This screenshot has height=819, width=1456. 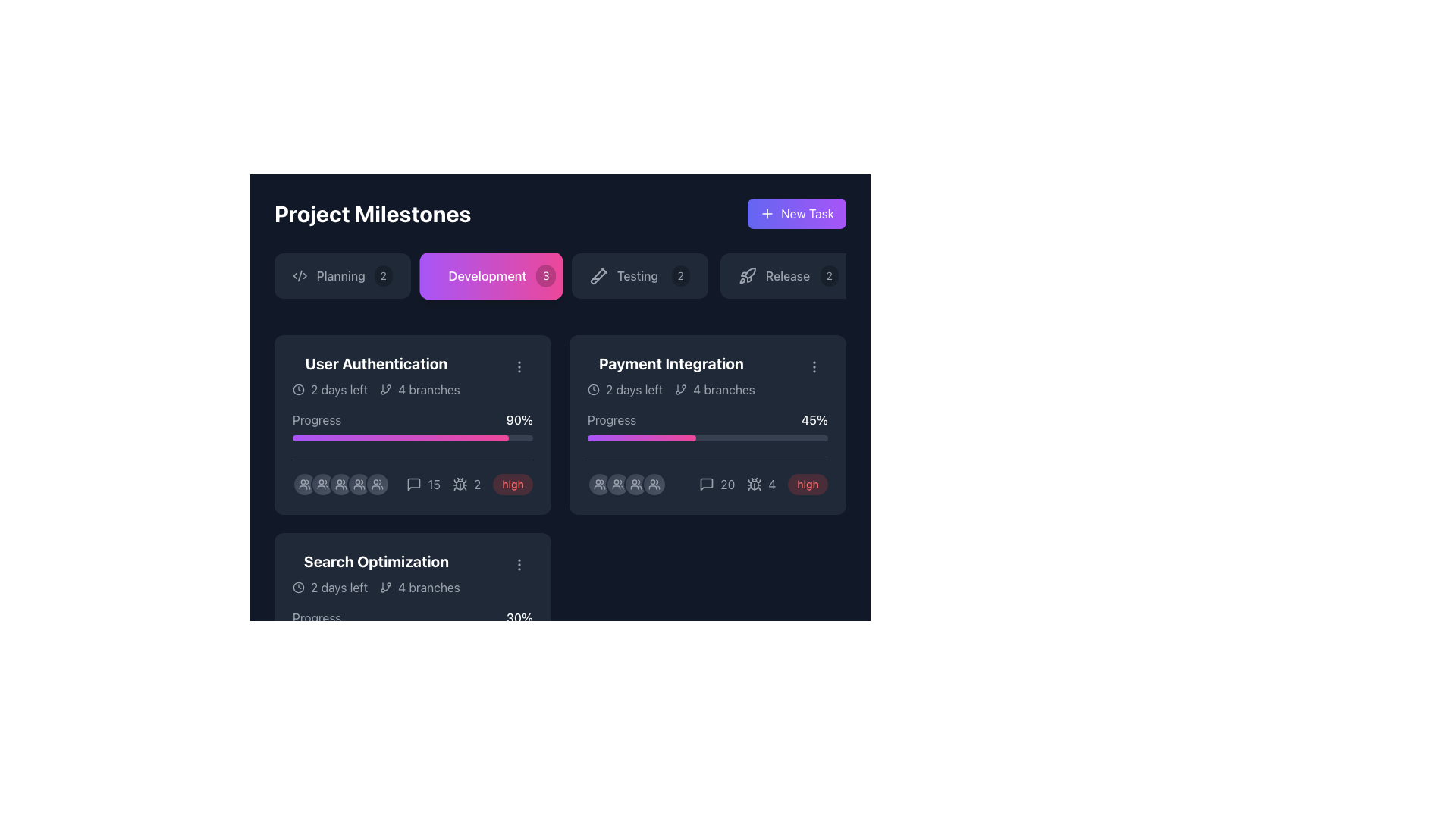 What do you see at coordinates (670, 375) in the screenshot?
I see `the header and summary section of the 'Payment Integration' task card located in the second column under the 'Development' section` at bounding box center [670, 375].